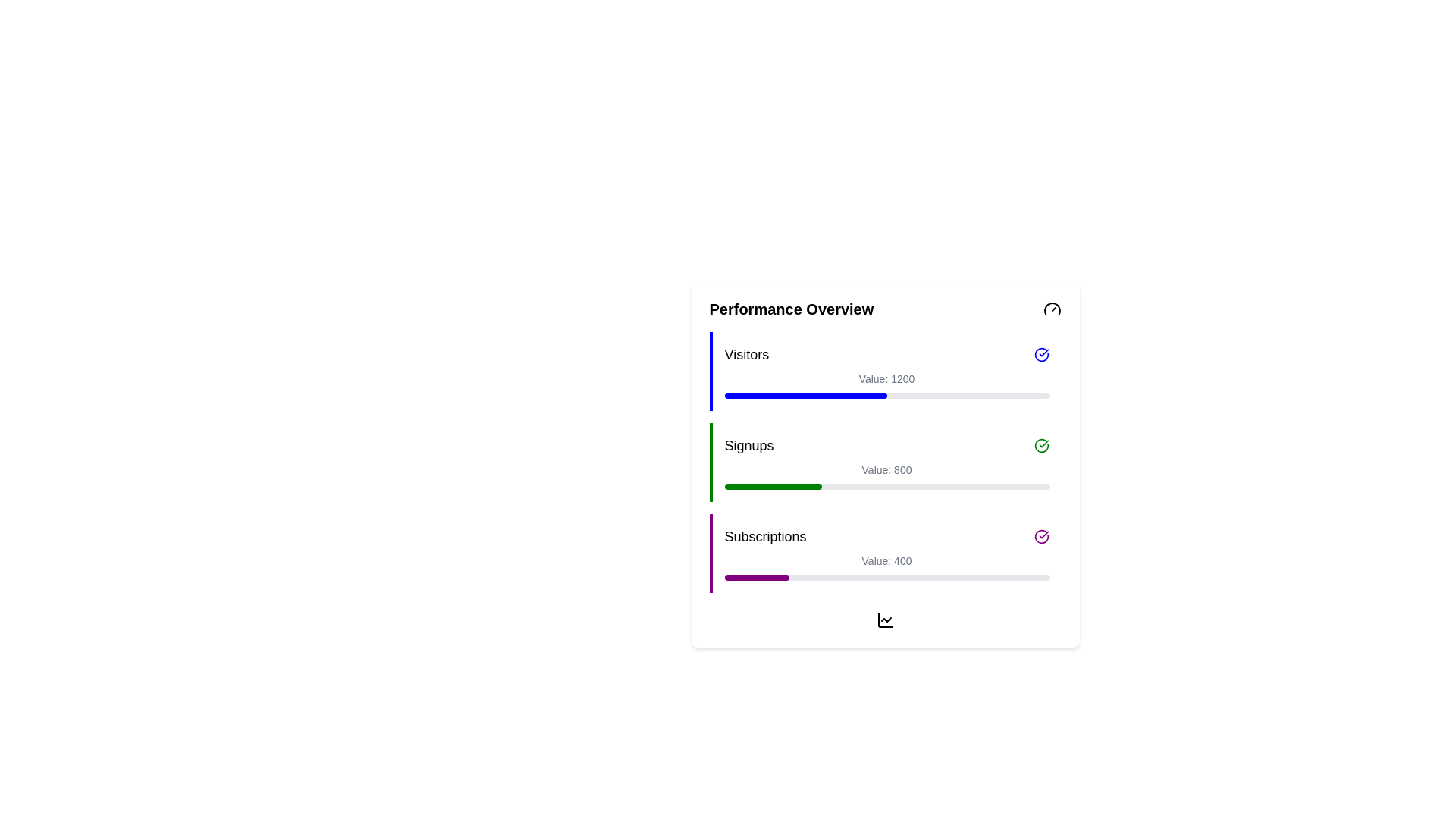  What do you see at coordinates (885, 553) in the screenshot?
I see `the Data Visualization Card labeled 'Subscriptions', which displays the numerical value '400' and is located below the 'Visitors' and 'Signups' sections in the 'Performance Overview' card` at bounding box center [885, 553].